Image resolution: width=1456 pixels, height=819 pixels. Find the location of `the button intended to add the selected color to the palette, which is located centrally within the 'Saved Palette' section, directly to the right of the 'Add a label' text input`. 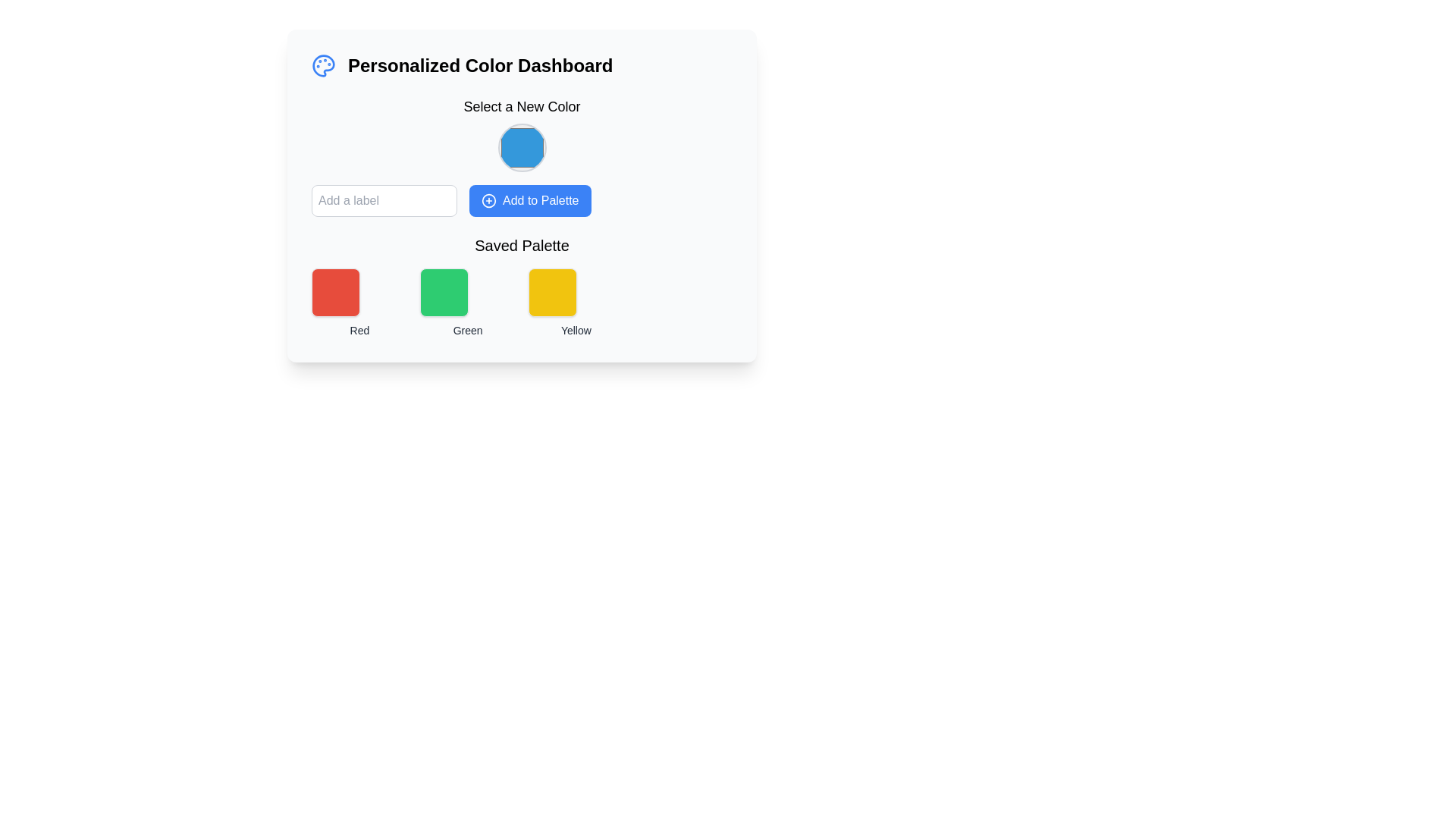

the button intended to add the selected color to the palette, which is located centrally within the 'Saved Palette' section, directly to the right of the 'Add a label' text input is located at coordinates (522, 195).